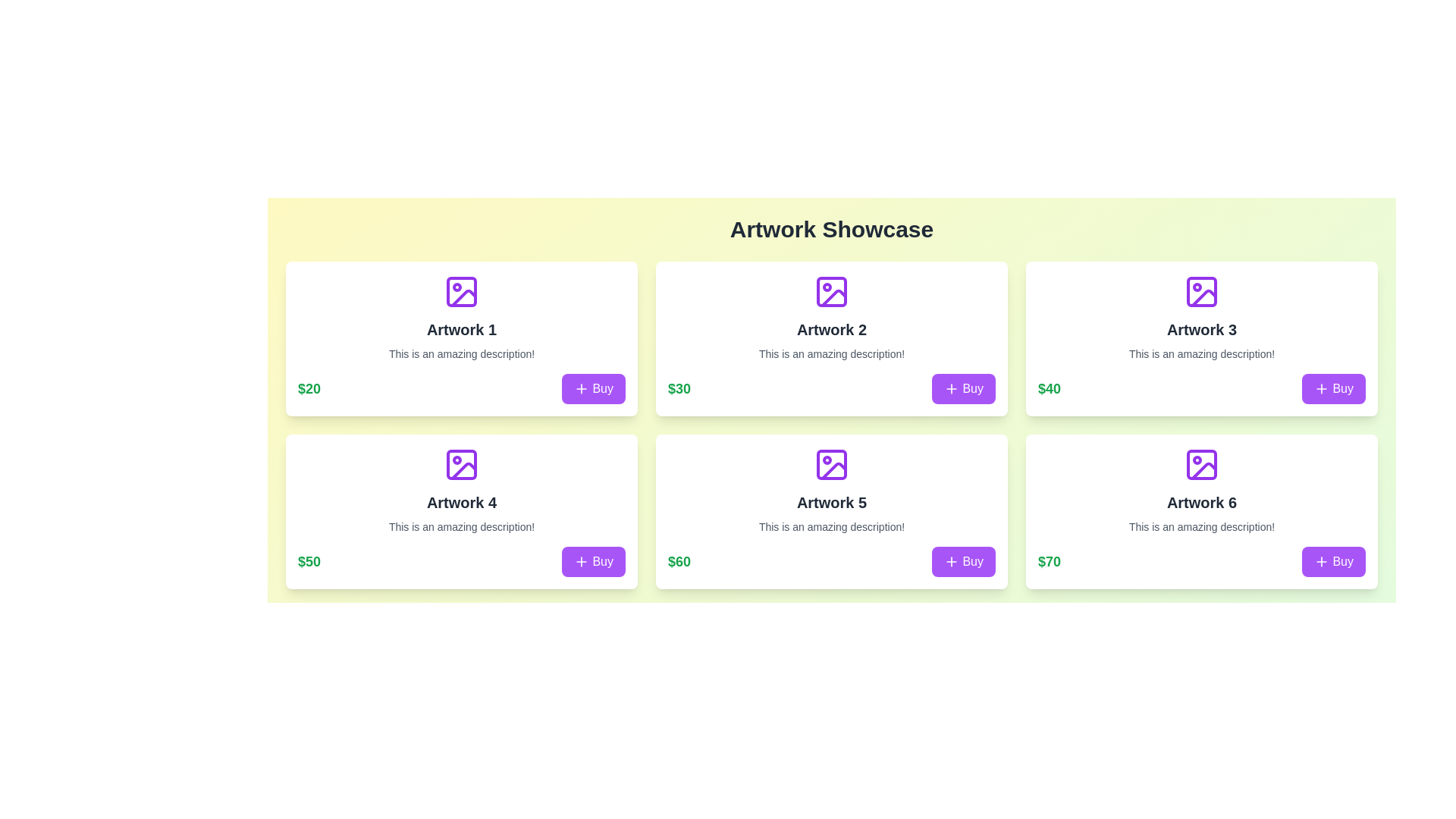 This screenshot has height=819, width=1456. What do you see at coordinates (1200, 464) in the screenshot?
I see `the artwork icon representing 'Artwork 6', which is positioned centrally at the top of the card above the text 'Artwork 6' and below the card's top border` at bounding box center [1200, 464].